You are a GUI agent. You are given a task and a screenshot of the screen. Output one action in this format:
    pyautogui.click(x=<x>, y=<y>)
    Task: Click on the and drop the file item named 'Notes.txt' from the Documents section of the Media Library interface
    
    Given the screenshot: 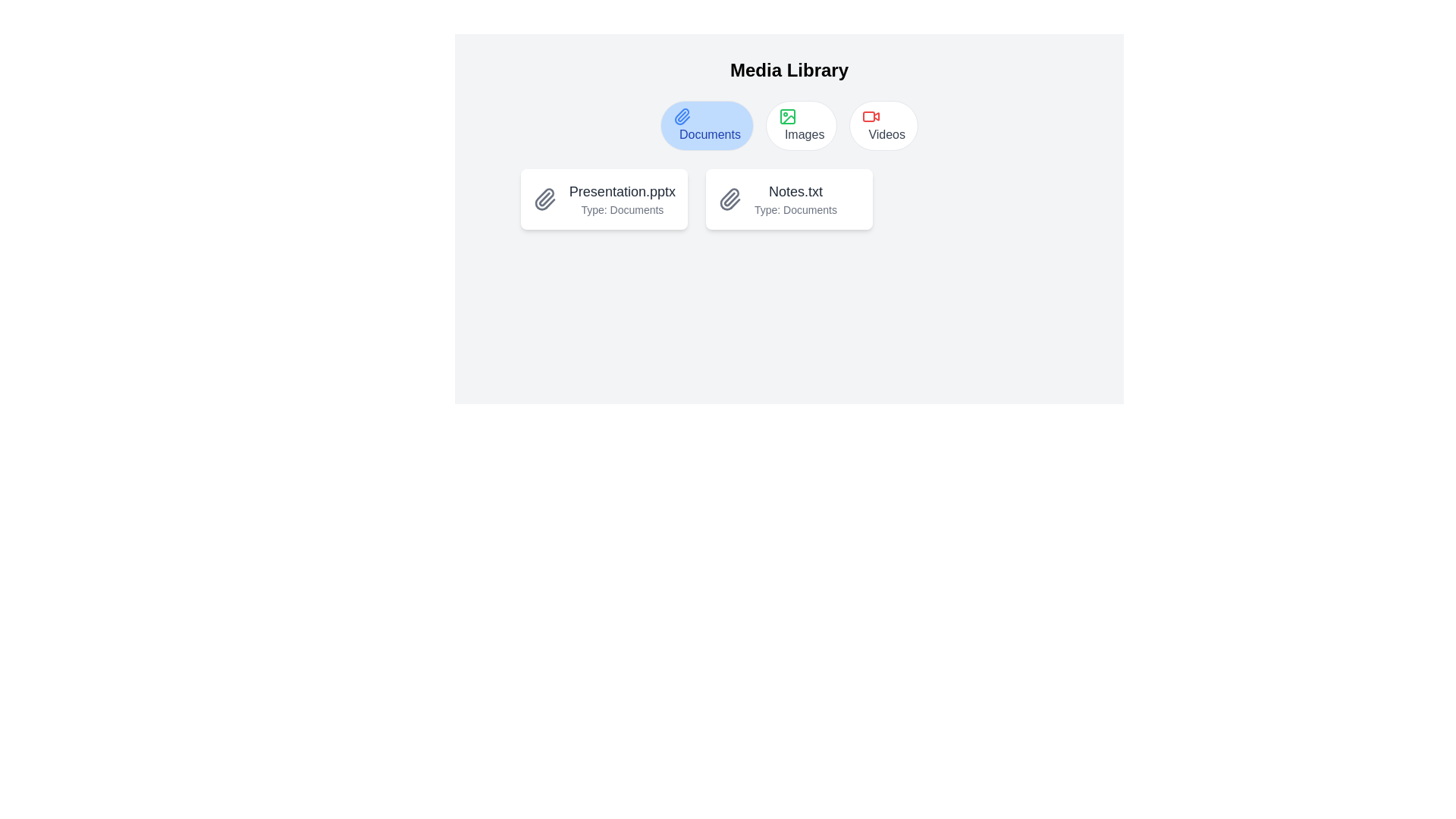 What is the action you would take?
    pyautogui.click(x=795, y=198)
    